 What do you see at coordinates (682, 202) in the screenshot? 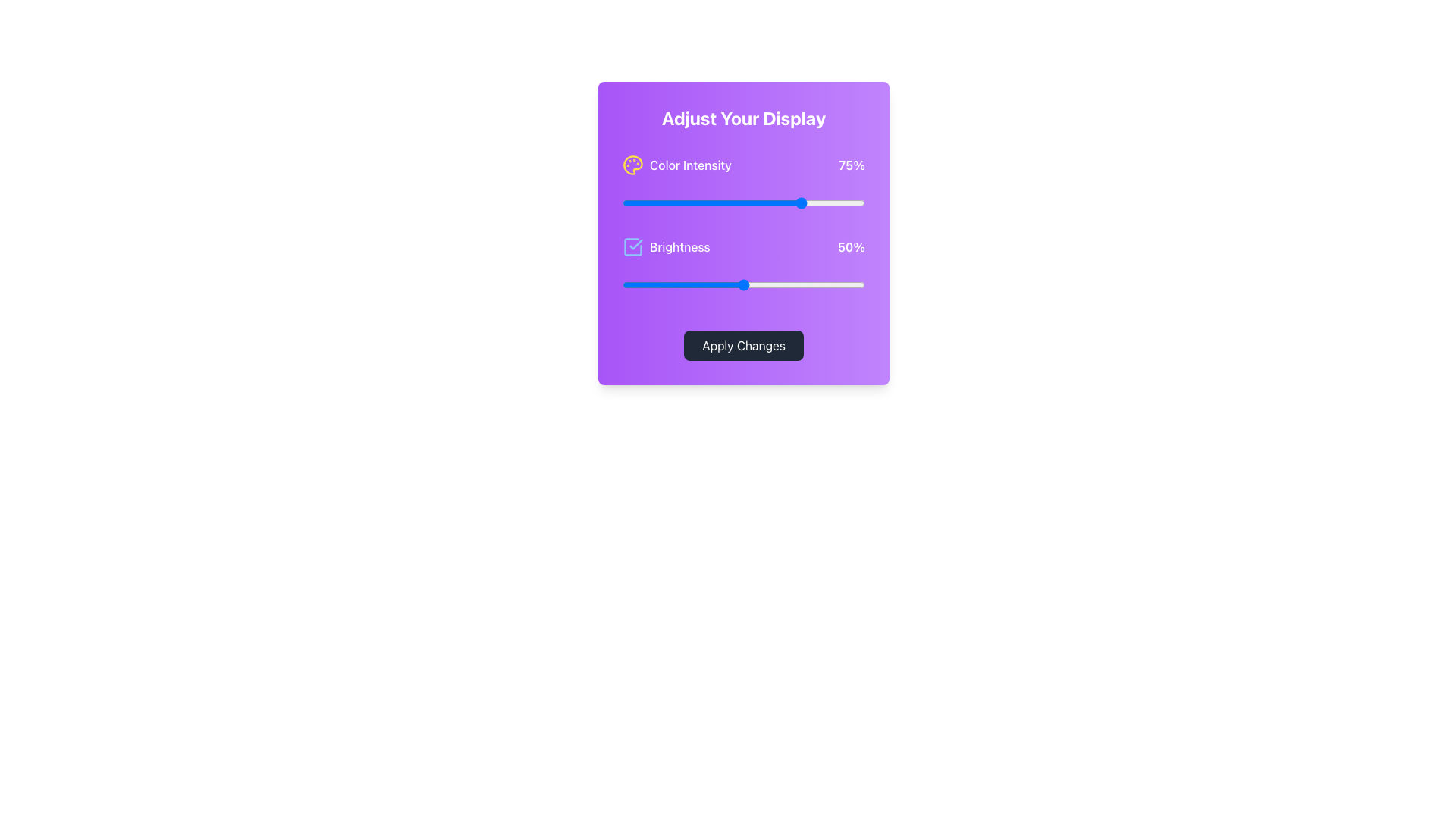
I see `the slider` at bounding box center [682, 202].